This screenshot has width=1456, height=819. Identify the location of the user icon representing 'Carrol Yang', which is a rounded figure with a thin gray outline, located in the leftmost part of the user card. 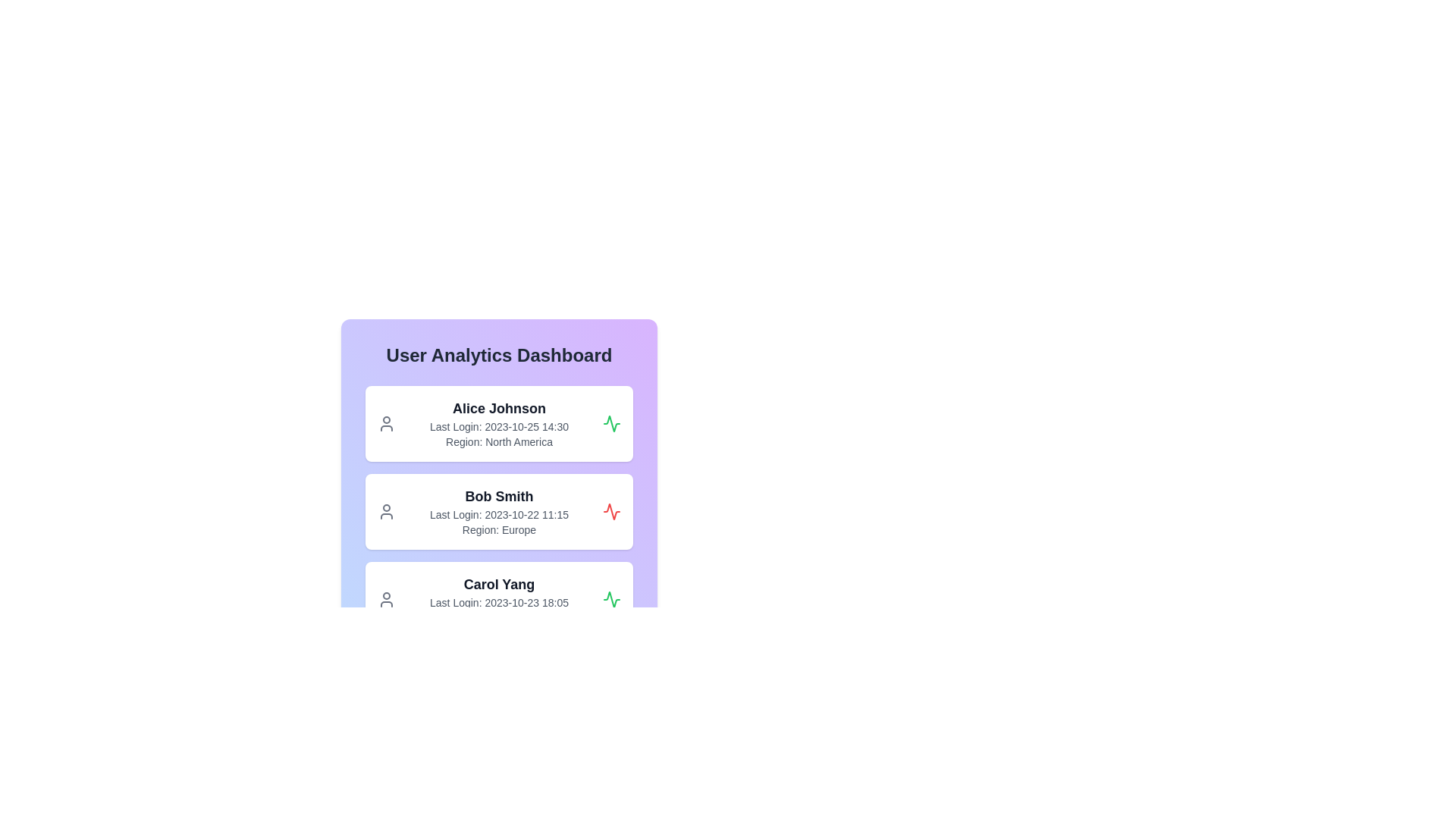
(386, 598).